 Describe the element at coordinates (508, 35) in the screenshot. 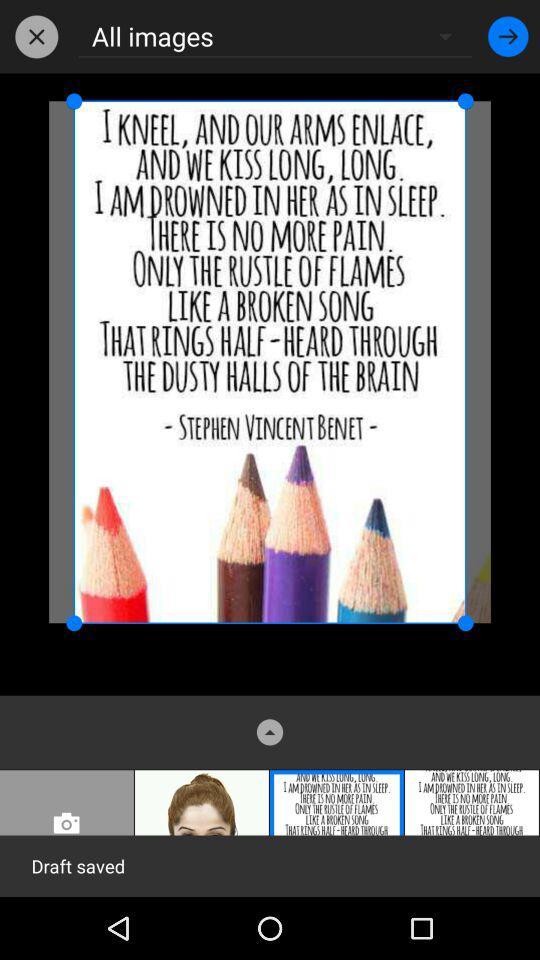

I see `the item to the right of all images item` at that location.